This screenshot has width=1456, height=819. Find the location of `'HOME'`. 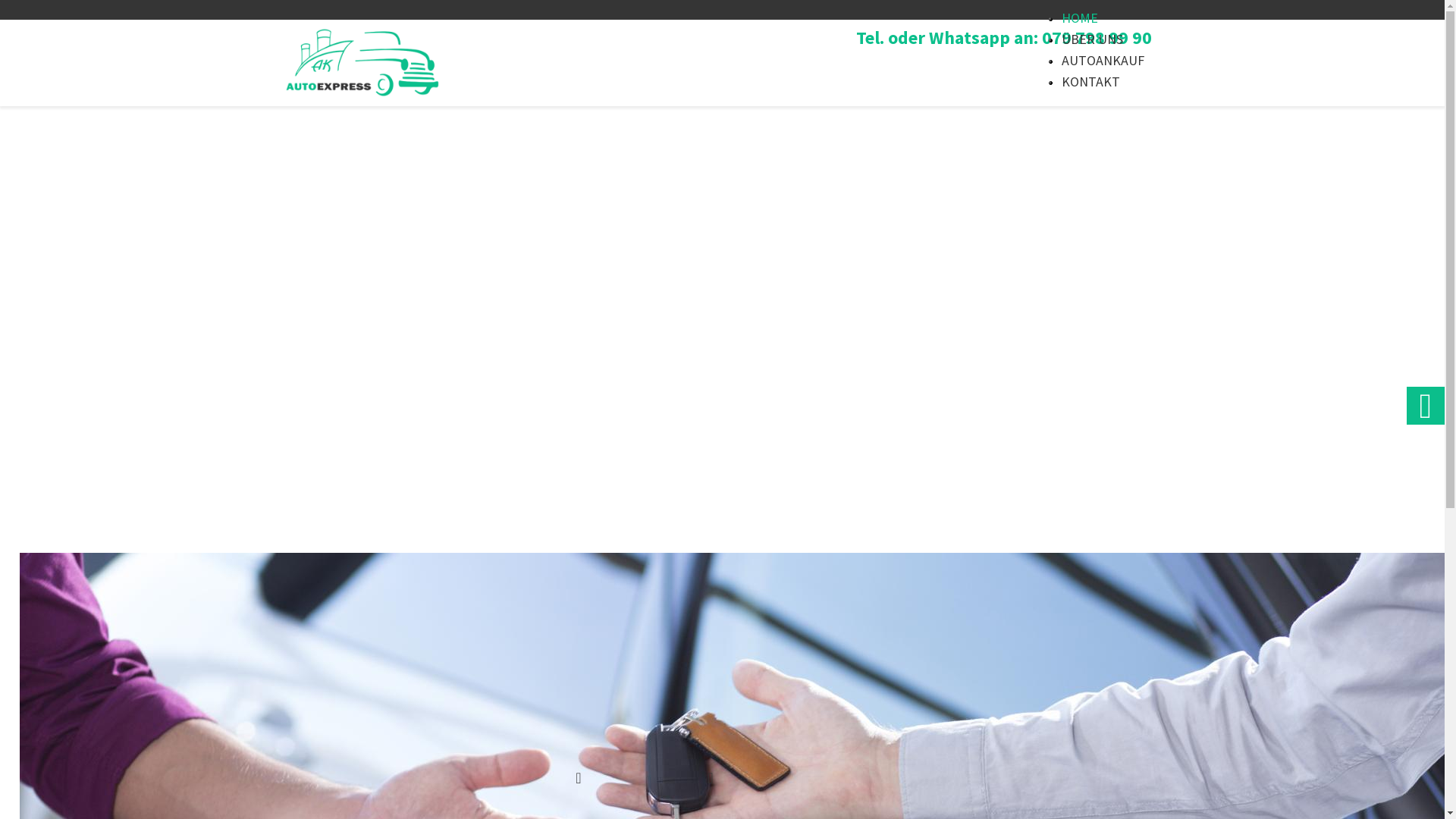

'HOME' is located at coordinates (1079, 17).